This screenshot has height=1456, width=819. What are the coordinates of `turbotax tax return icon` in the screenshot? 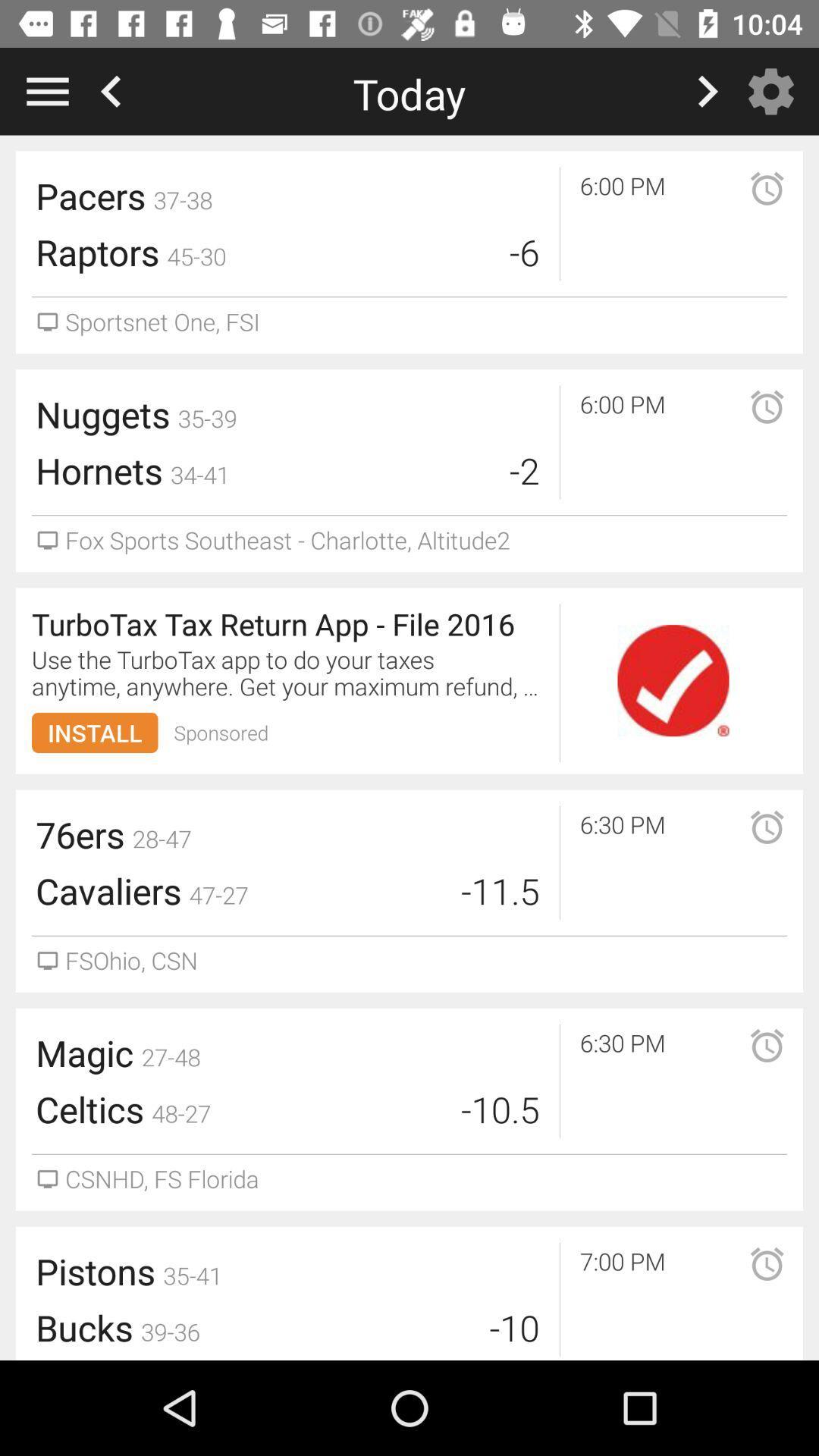 It's located at (290, 623).